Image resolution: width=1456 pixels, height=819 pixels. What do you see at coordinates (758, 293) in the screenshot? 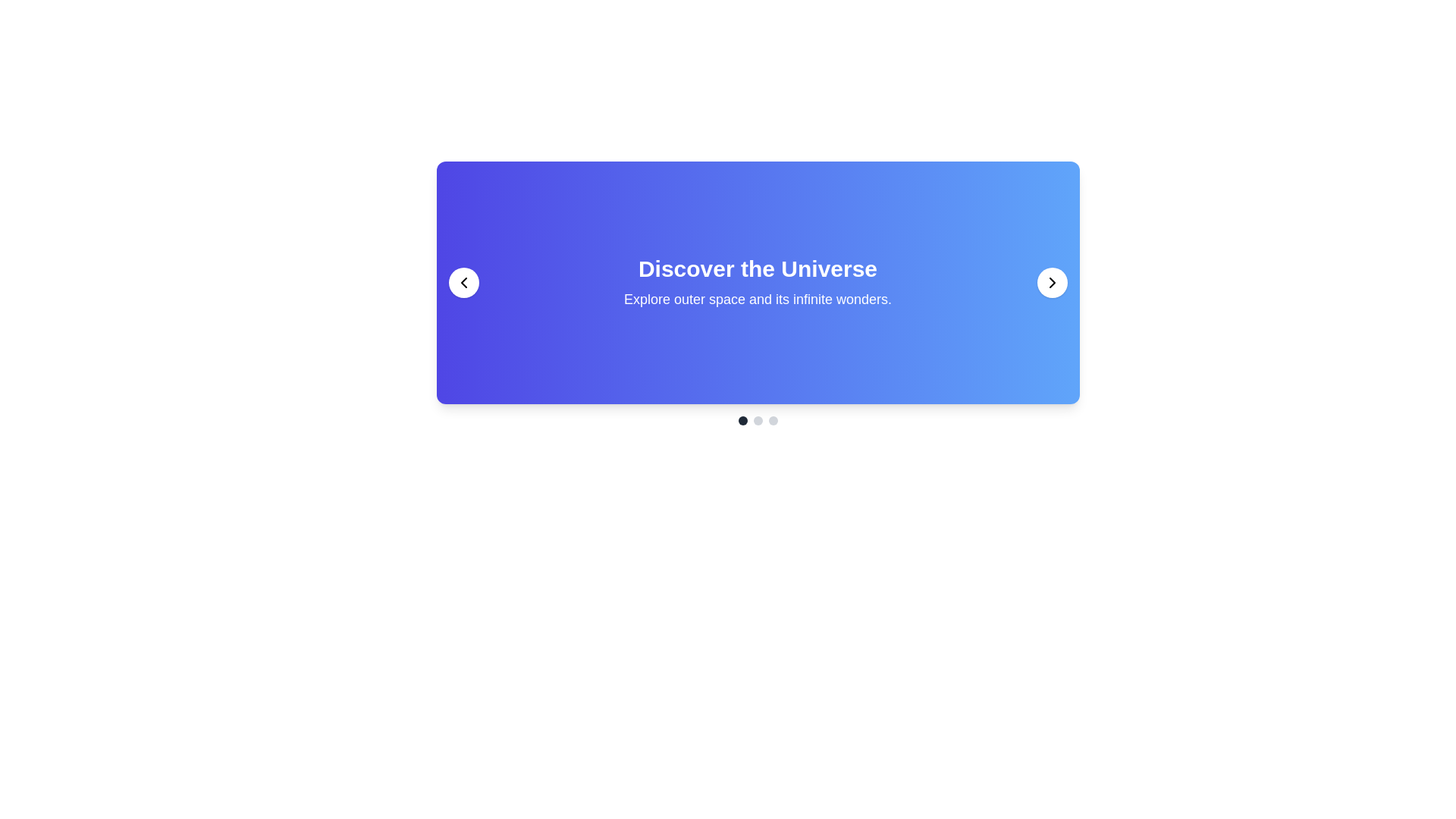
I see `information displayed in the text block containing a heading and subheading, which is centrally positioned within a gradient blue box` at bounding box center [758, 293].